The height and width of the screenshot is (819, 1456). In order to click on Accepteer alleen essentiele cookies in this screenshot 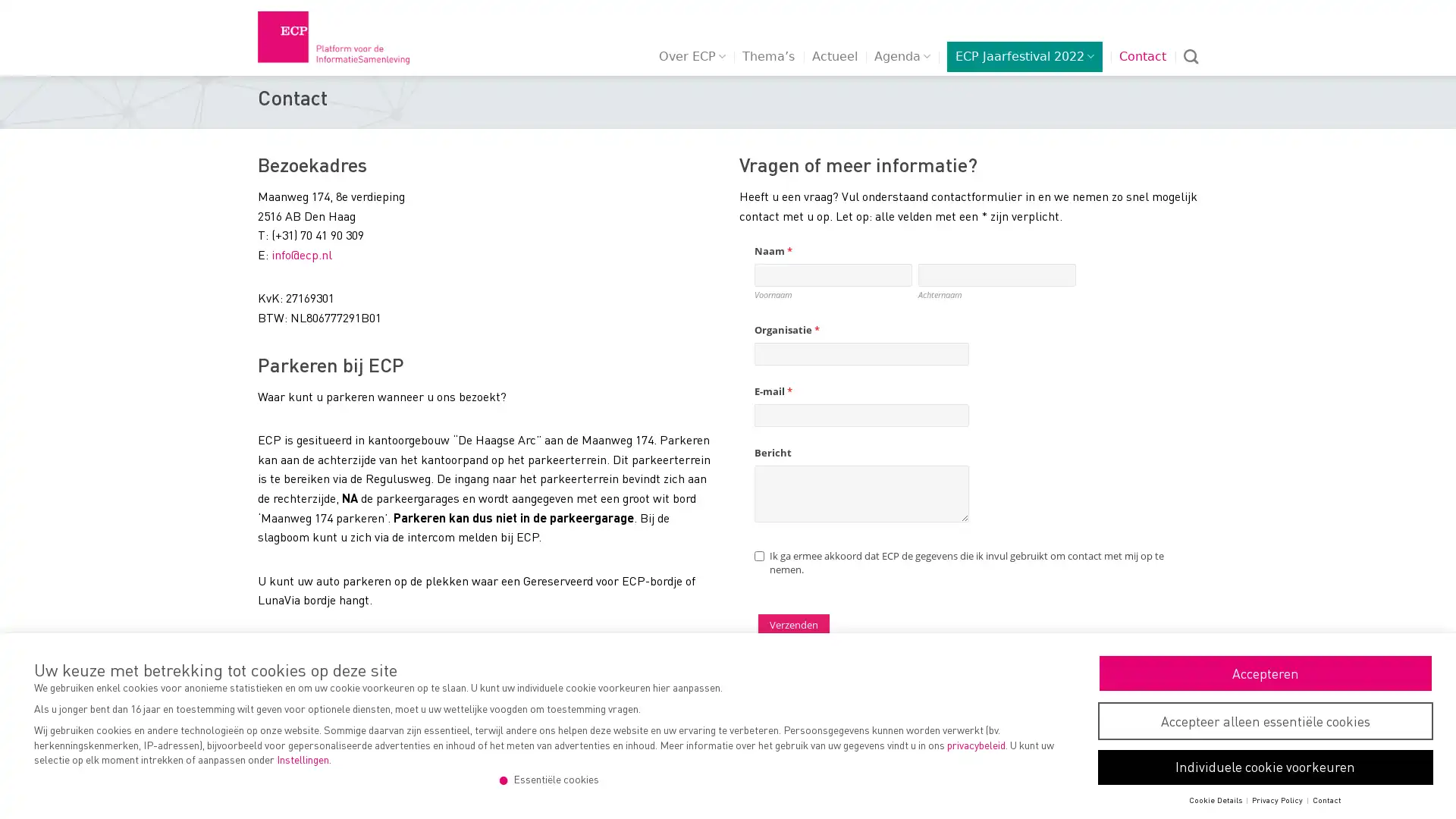, I will do `click(1265, 720)`.